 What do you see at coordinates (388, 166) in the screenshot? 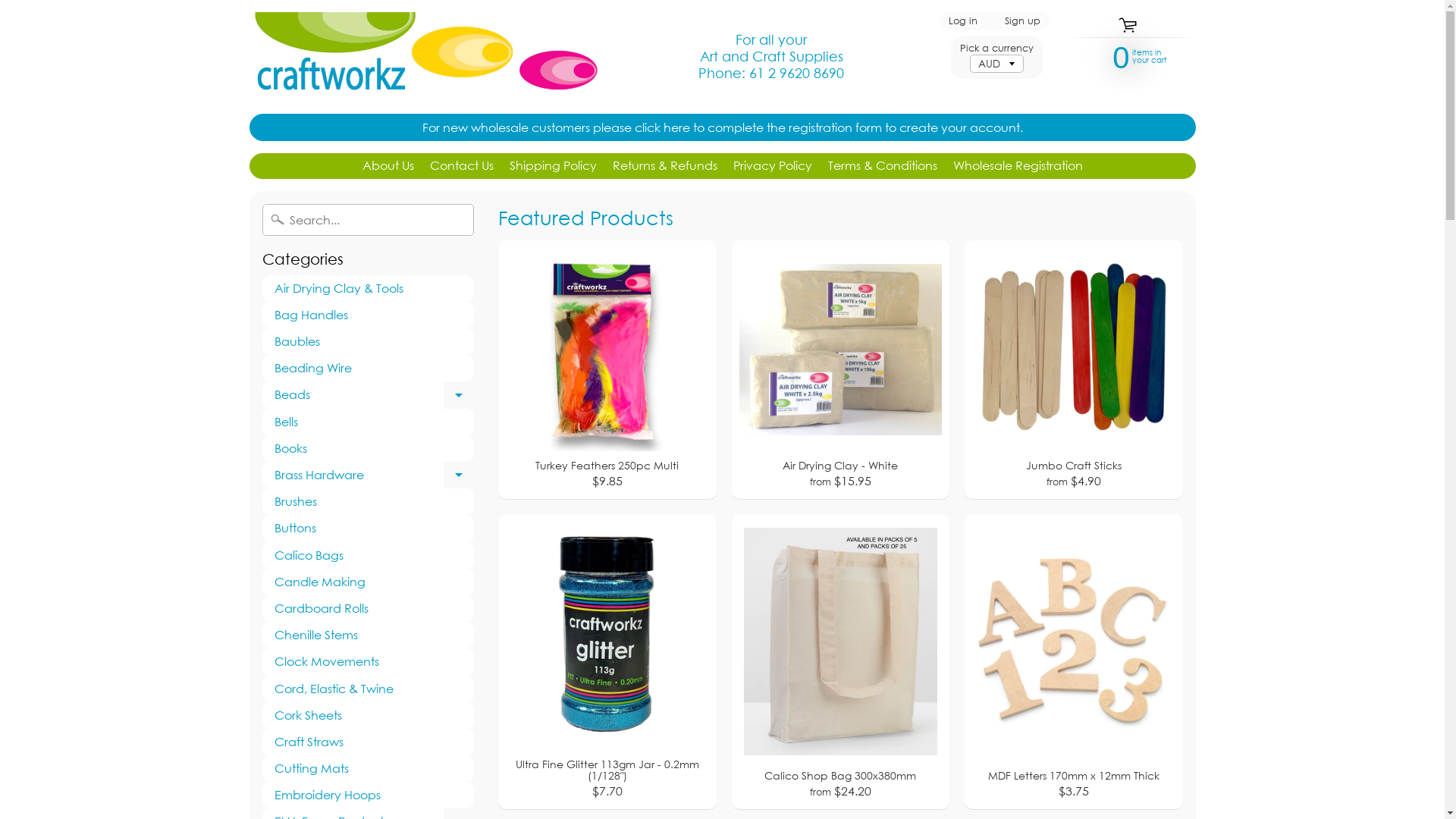
I see `'About Us'` at bounding box center [388, 166].